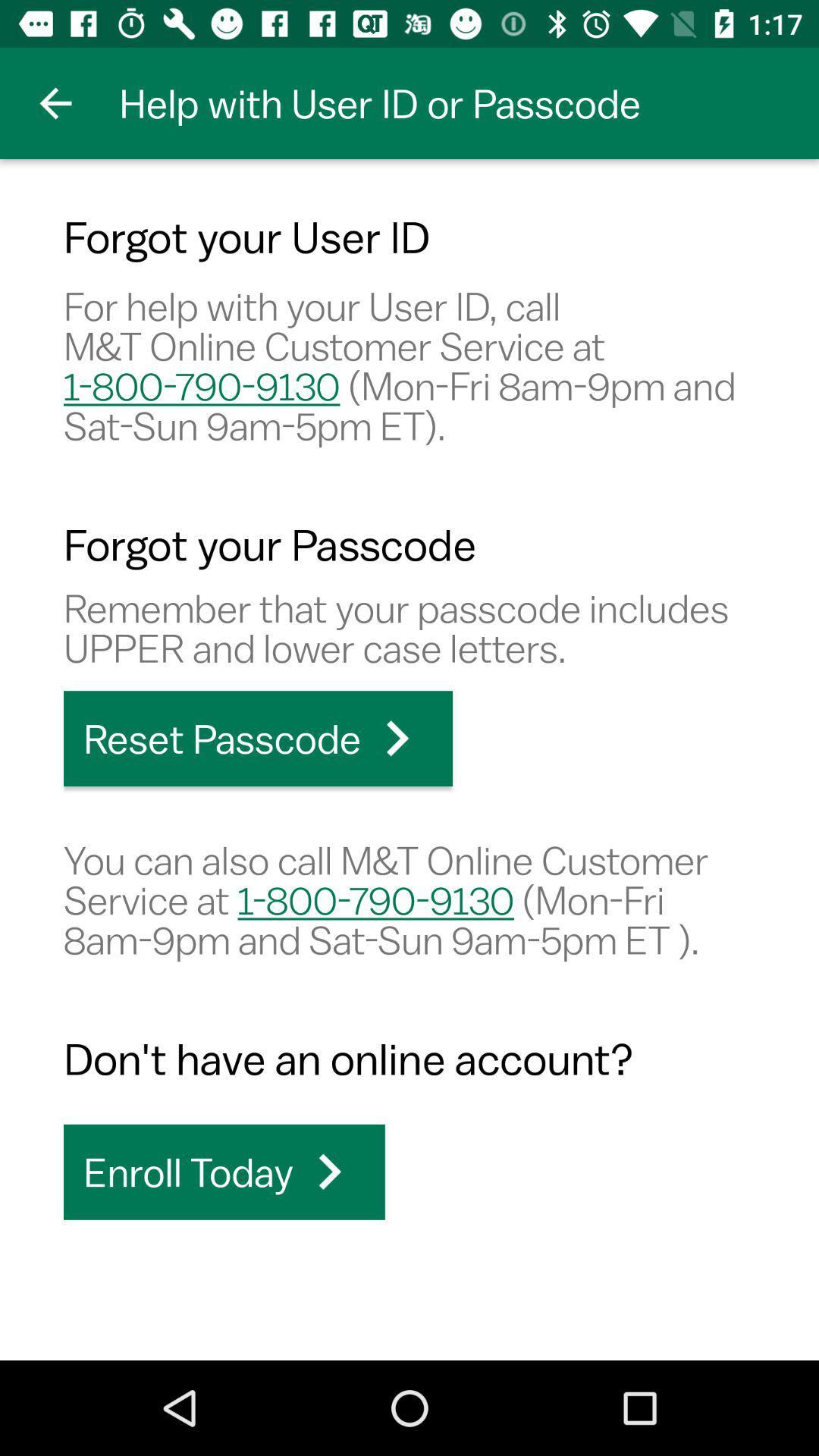  Describe the element at coordinates (224, 1171) in the screenshot. I see `item at the bottom left corner` at that location.